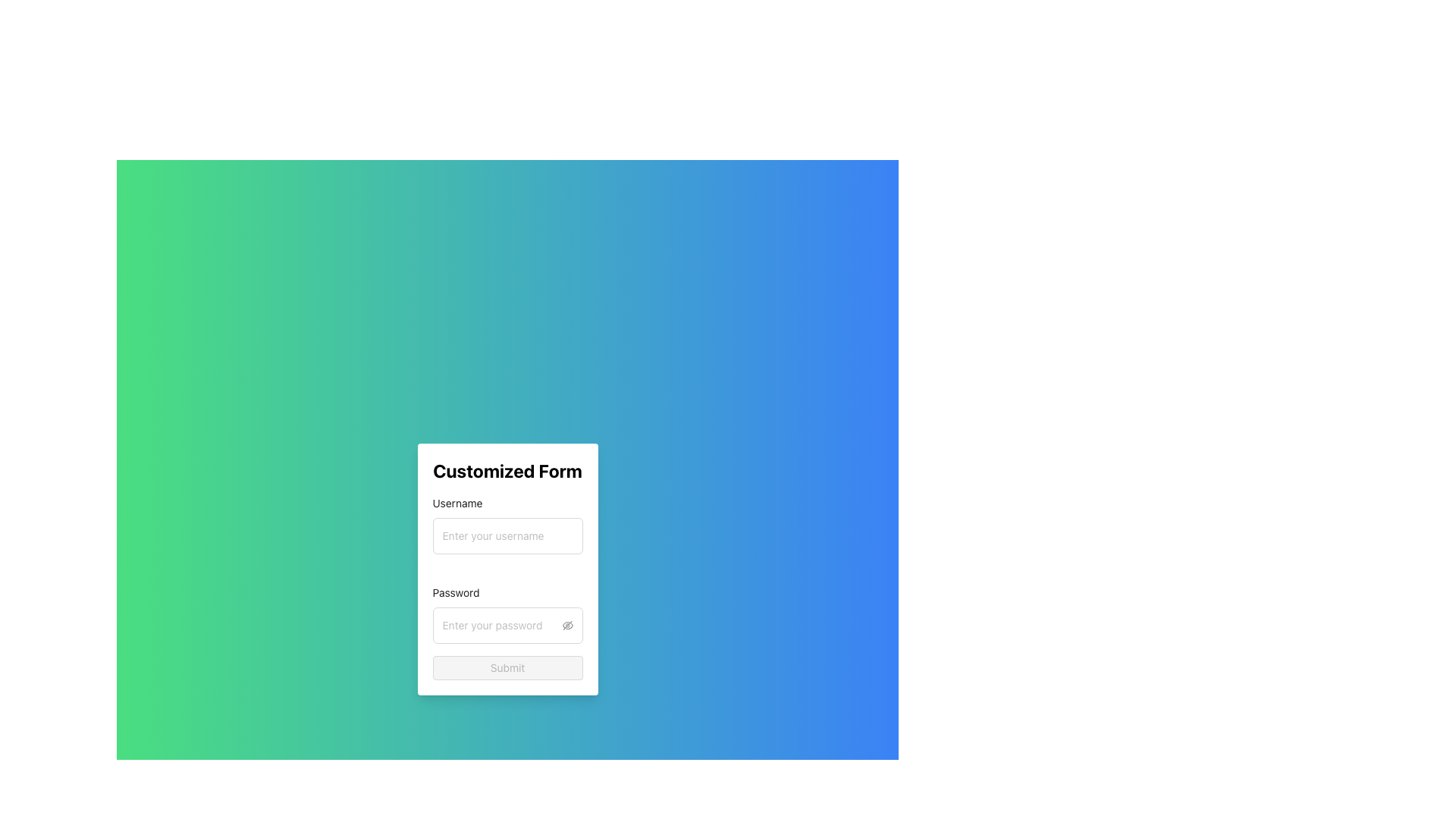  What do you see at coordinates (566, 626) in the screenshot?
I see `the password visibility toggle icon located on the right side of the password input field` at bounding box center [566, 626].